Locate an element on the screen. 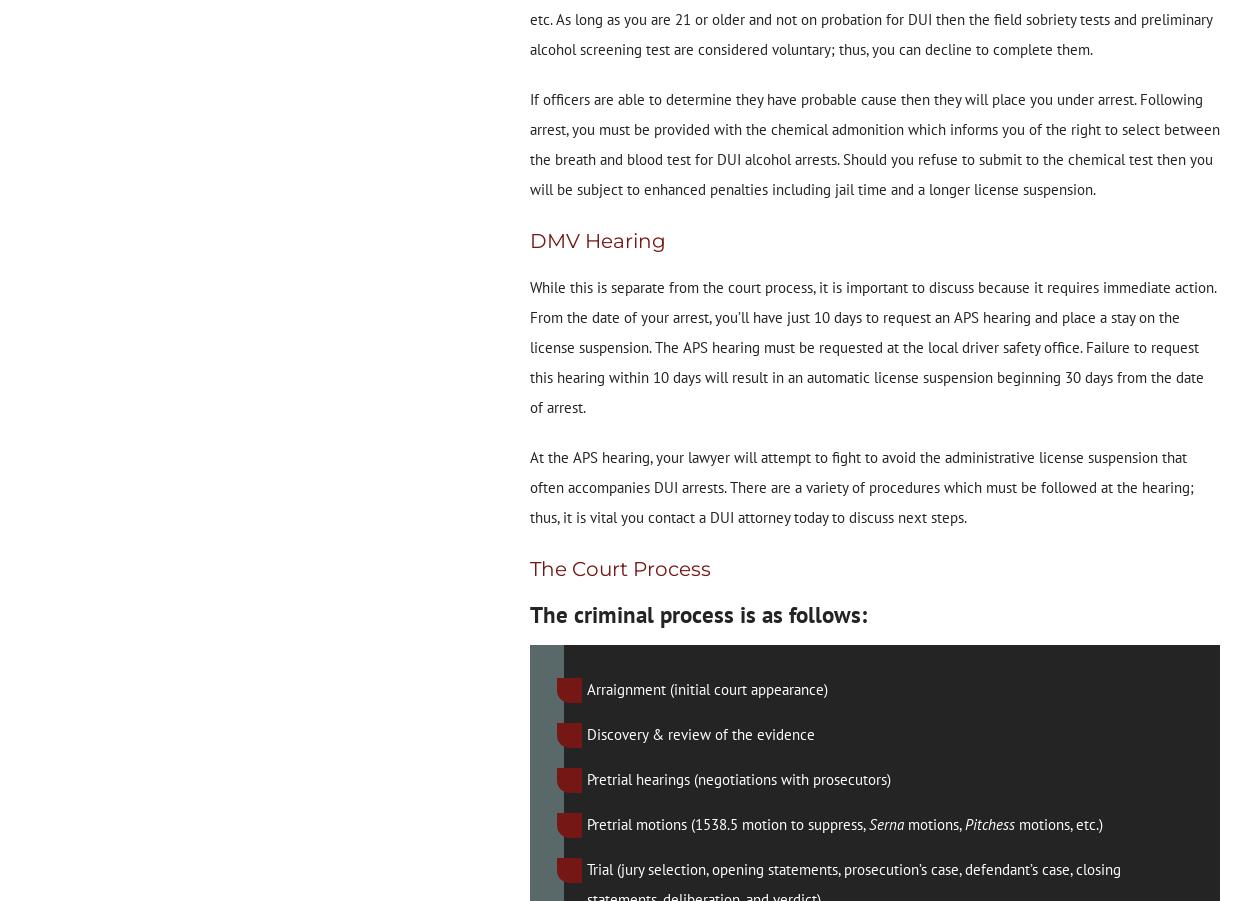 The width and height of the screenshot is (1250, 901). 'If officers are able to determine they have probable cause then they will place you under arrest. Following arrest, you must be provided with the chemical admonition which informs you of the right to select between the breath and blood test for DUI alcohol arrests. Should you refuse to submit to the chemical test then you will be subject to enhanced penalties including jail time and a longer license suspension.' is located at coordinates (873, 144).